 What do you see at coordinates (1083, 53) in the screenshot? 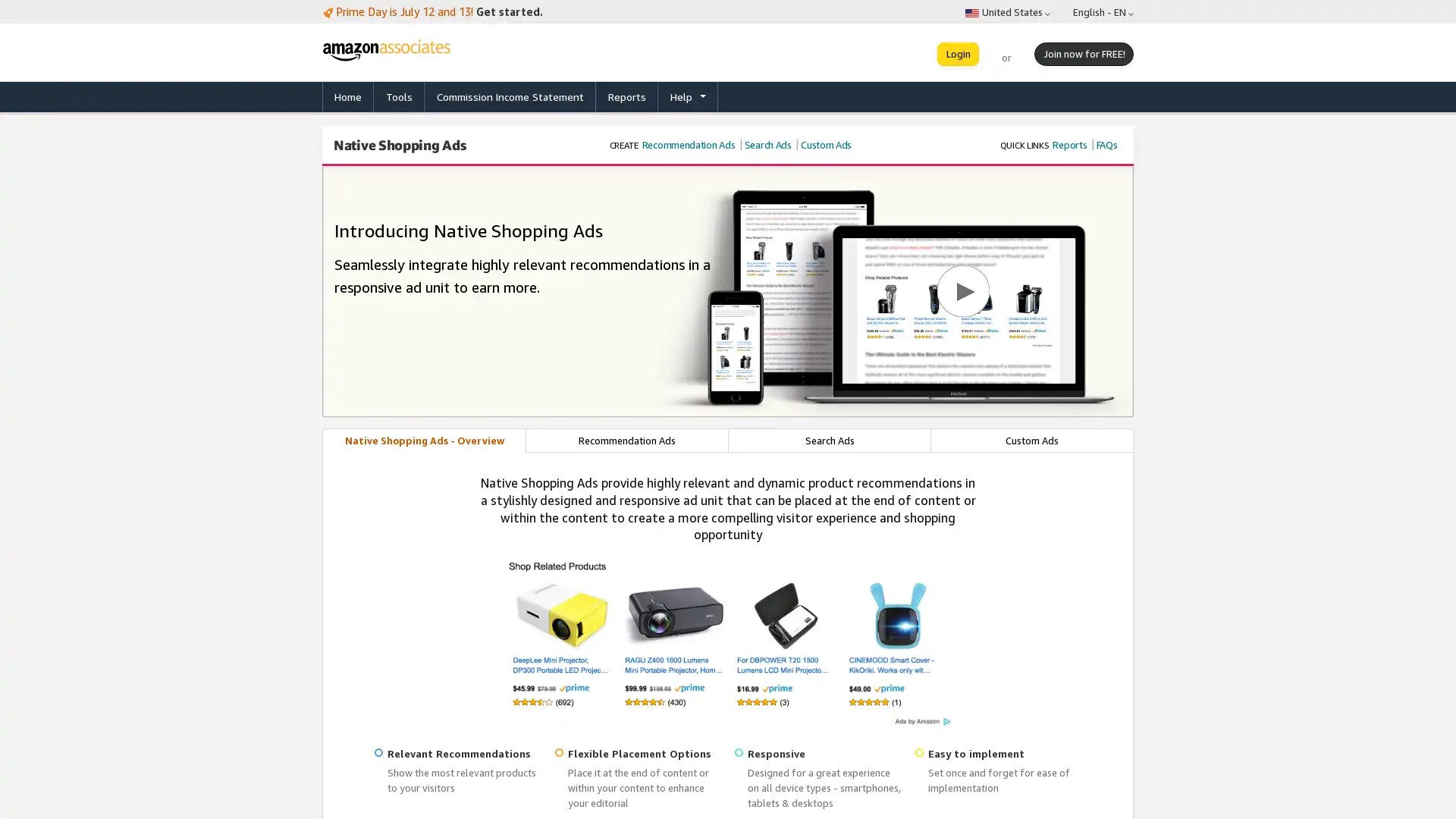
I see `Join now for FREE!` at bounding box center [1083, 53].